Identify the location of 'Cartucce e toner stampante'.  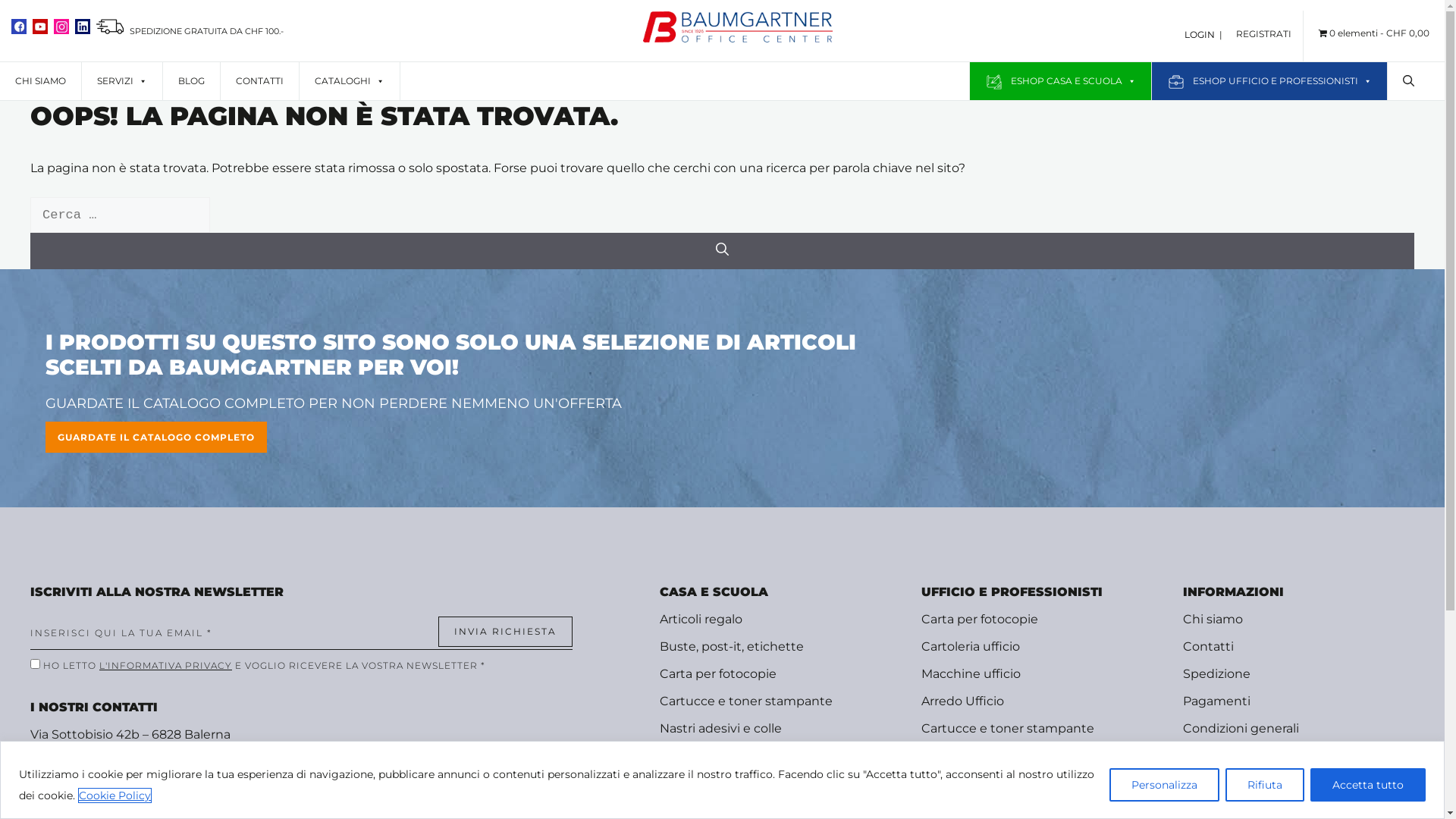
(745, 701).